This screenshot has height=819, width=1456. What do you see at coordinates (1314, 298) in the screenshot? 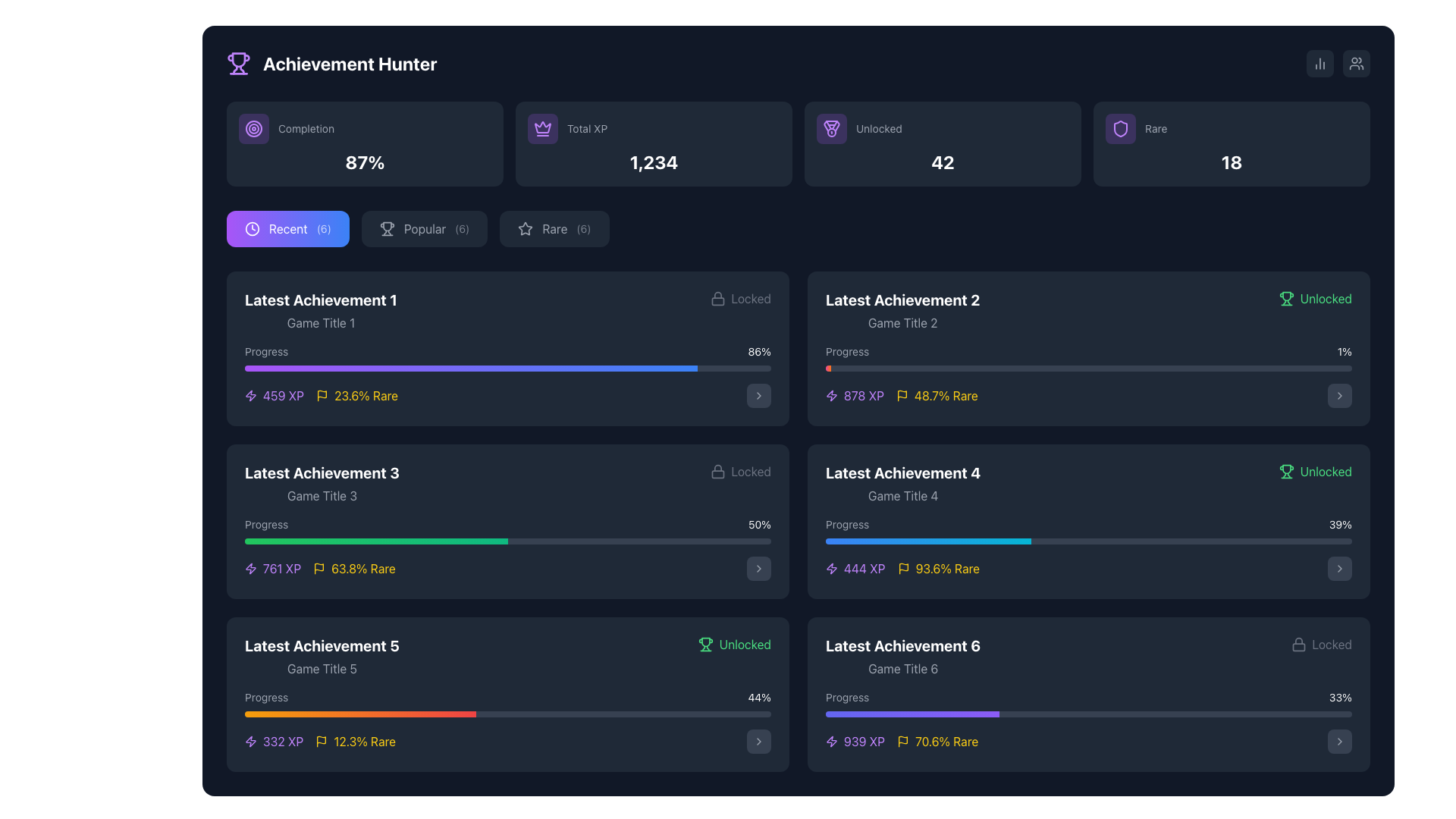
I see `the status of the 'Unlocked' label with a trophy icon located in the top-right corner of the 'Latest Achievement 2' panel` at bounding box center [1314, 298].